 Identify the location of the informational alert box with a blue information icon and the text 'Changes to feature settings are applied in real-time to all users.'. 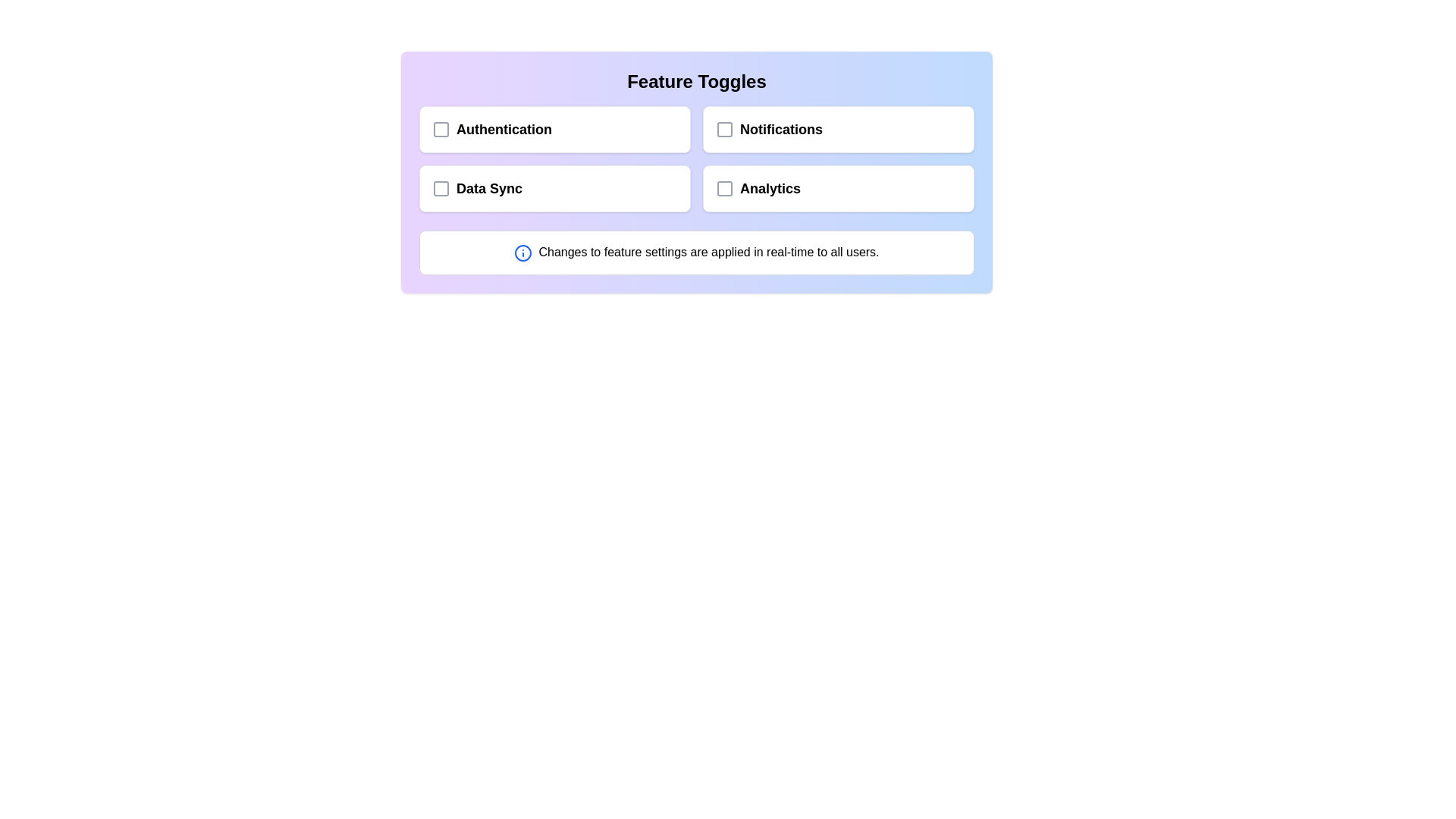
(695, 251).